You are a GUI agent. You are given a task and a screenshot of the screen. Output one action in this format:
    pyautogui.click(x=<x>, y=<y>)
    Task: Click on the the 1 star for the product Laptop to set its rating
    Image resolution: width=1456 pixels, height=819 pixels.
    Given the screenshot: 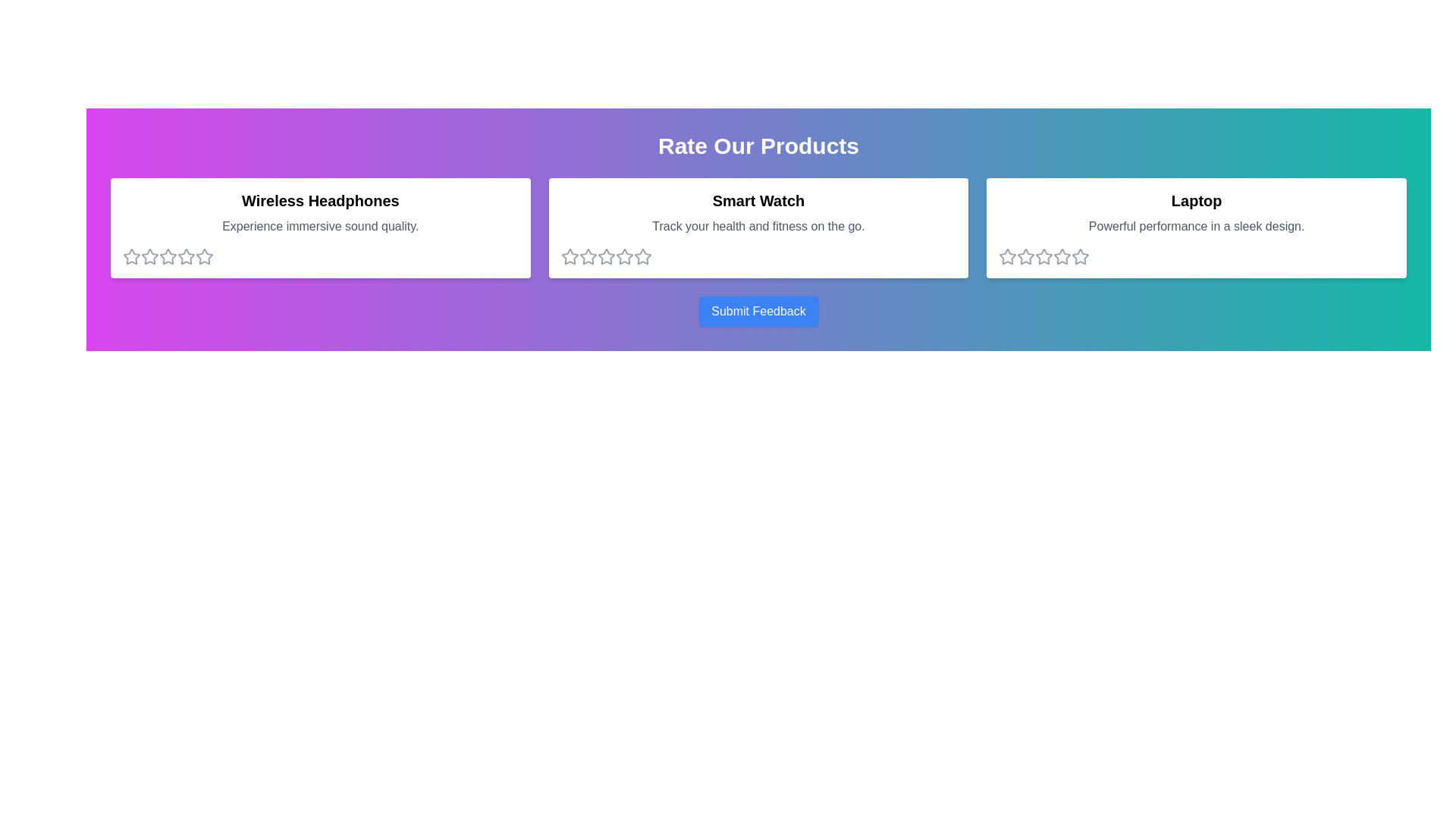 What is the action you would take?
    pyautogui.click(x=1008, y=256)
    